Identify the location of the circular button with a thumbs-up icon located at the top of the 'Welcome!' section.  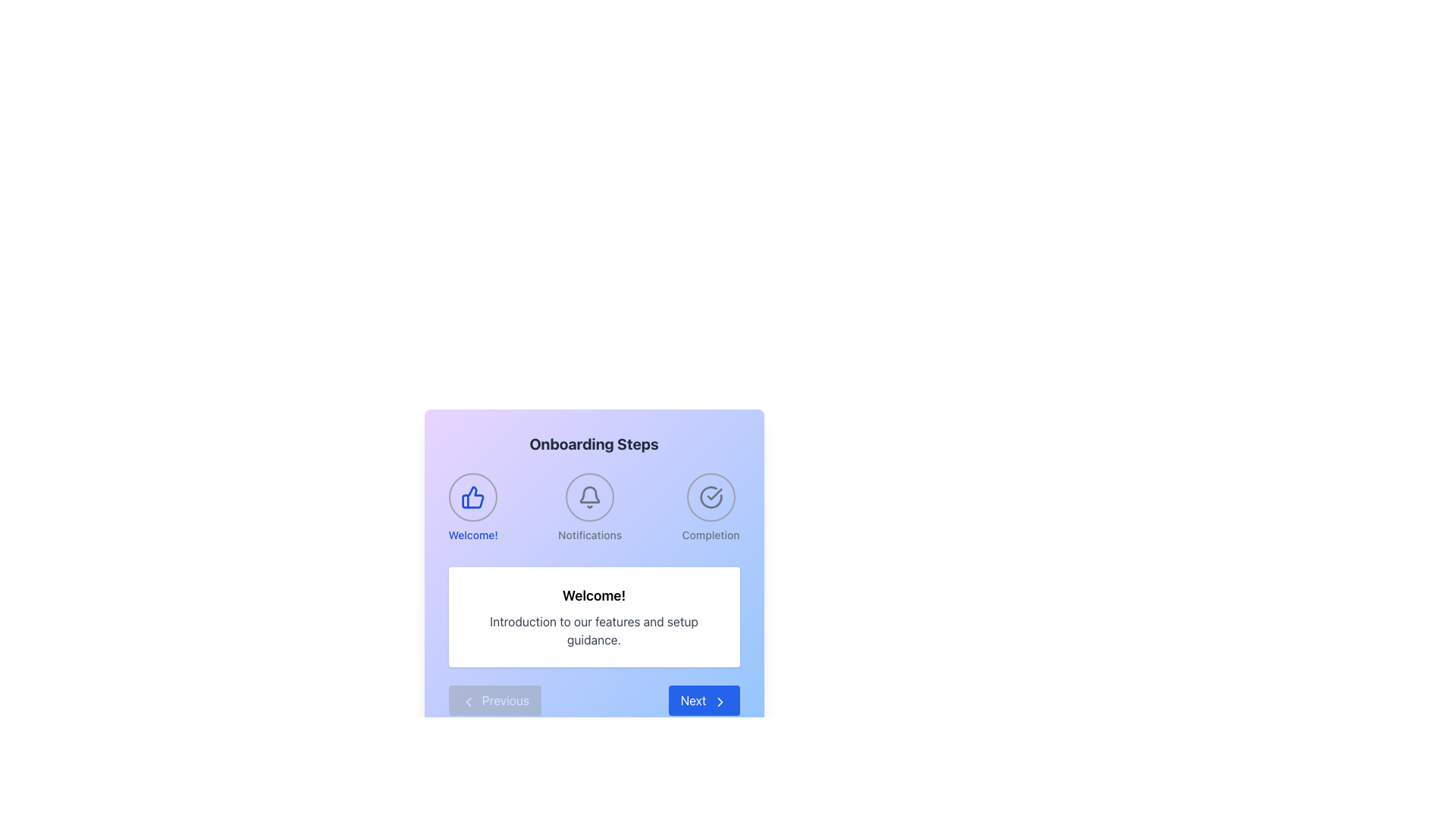
(472, 497).